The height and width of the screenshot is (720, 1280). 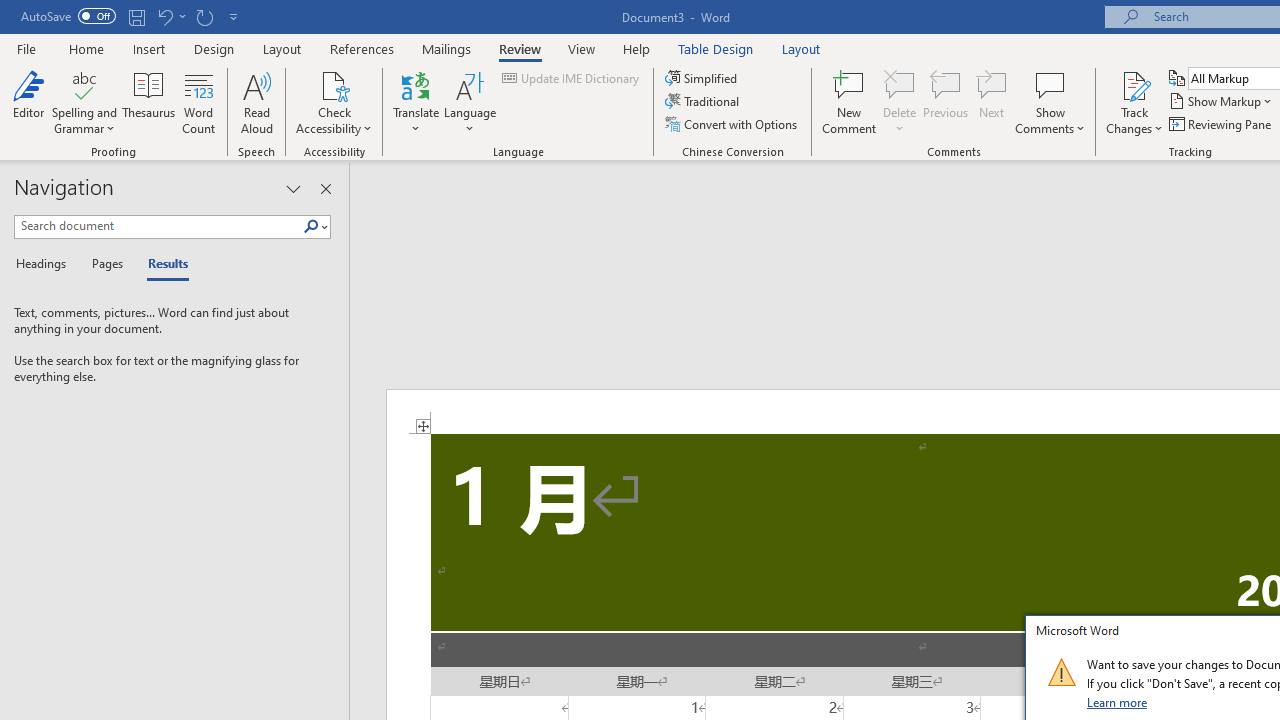 I want to click on 'Show Comments', so click(x=1049, y=103).